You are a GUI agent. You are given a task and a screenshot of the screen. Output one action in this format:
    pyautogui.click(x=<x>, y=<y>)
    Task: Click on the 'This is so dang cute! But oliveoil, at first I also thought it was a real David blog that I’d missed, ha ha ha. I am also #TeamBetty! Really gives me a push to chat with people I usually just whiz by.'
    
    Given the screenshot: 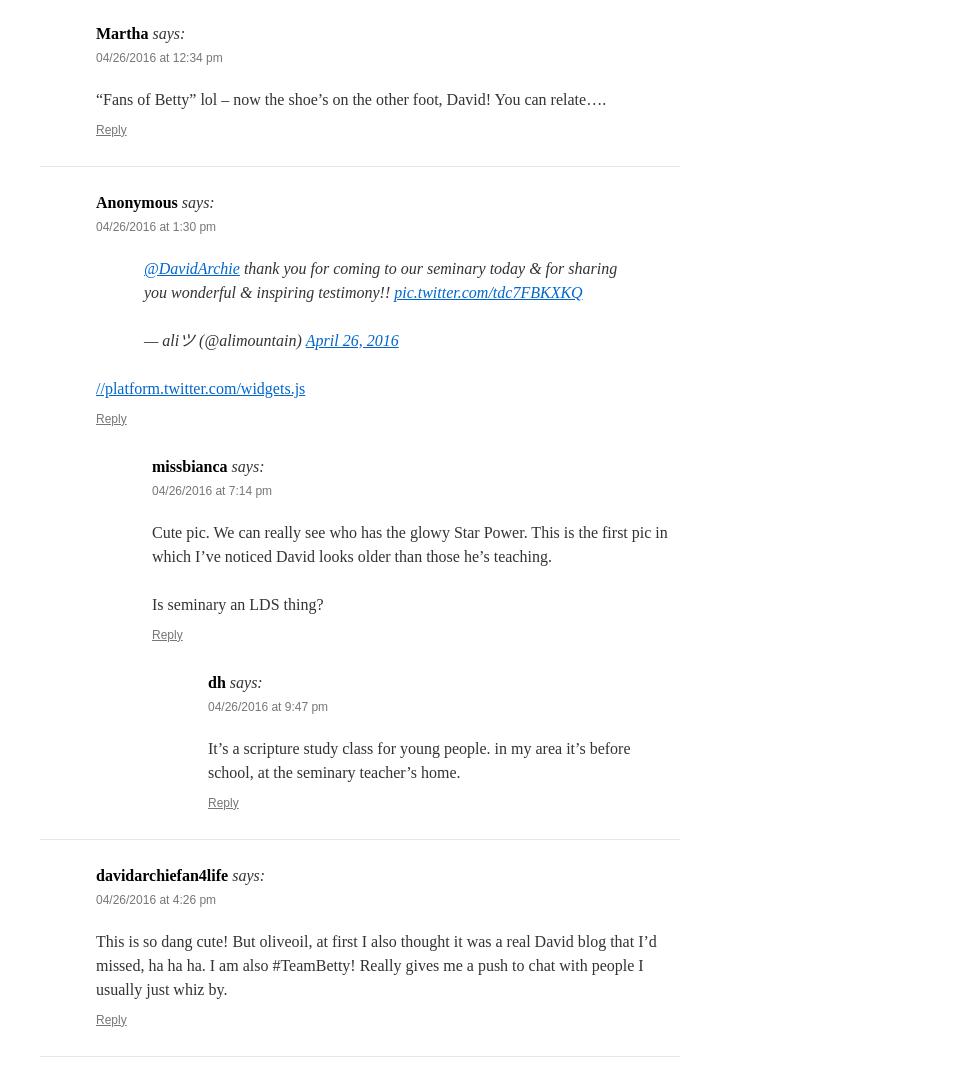 What is the action you would take?
    pyautogui.click(x=376, y=964)
    